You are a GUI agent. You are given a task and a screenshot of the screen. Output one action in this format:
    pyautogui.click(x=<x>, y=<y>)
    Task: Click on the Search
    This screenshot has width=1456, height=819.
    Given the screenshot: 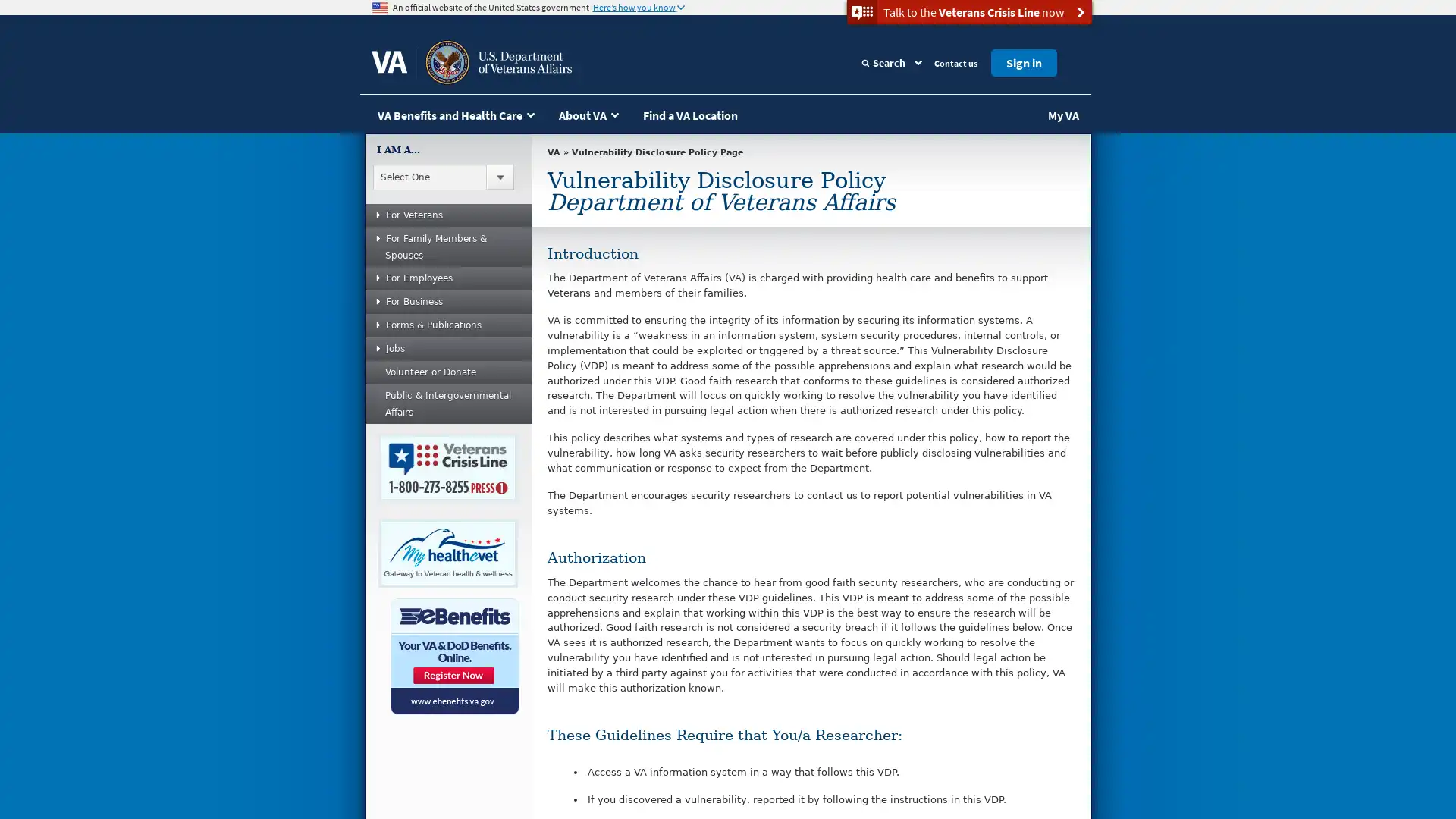 What is the action you would take?
    pyautogui.click(x=890, y=61)
    